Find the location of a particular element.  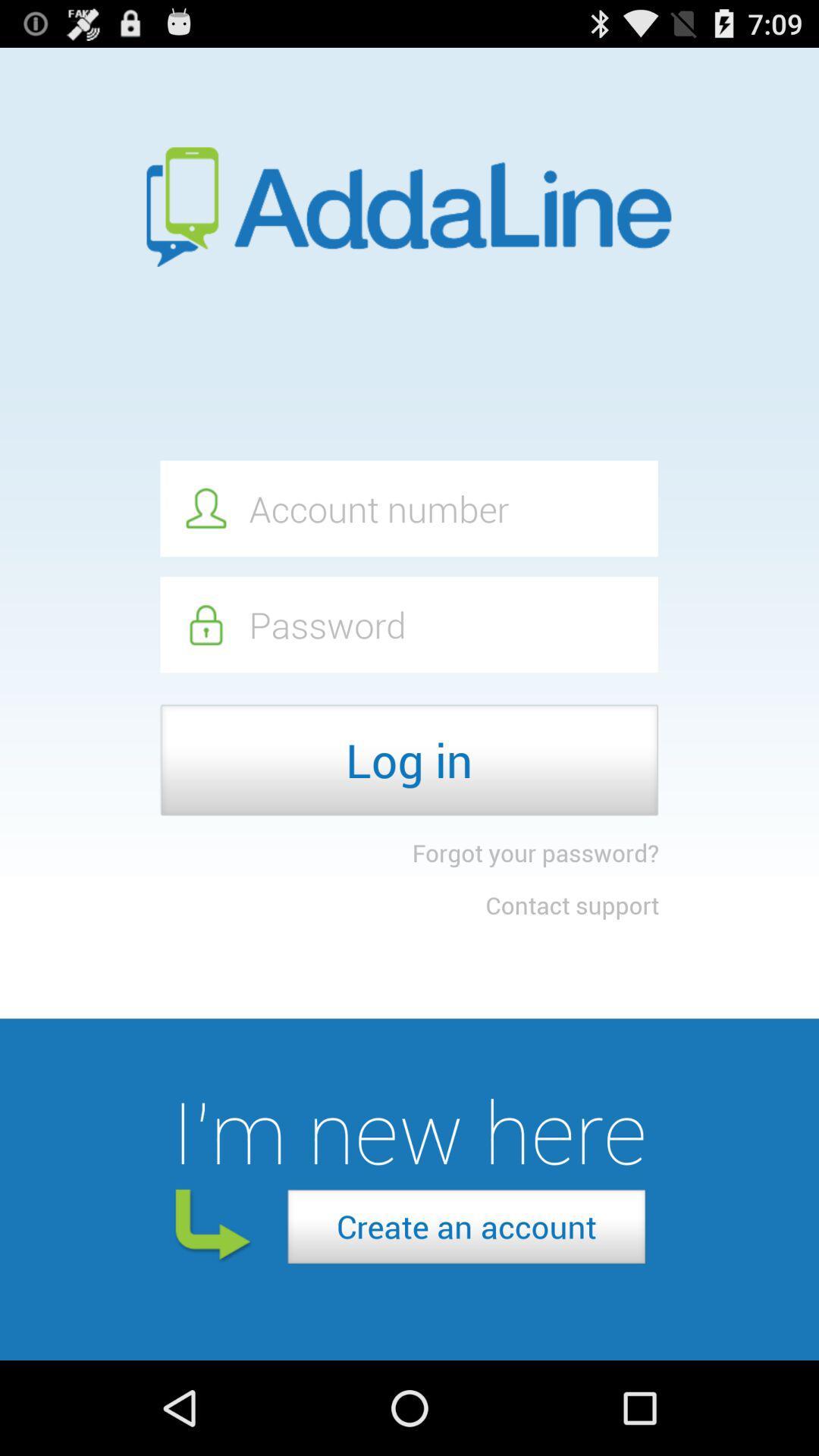

contact support item is located at coordinates (572, 905).